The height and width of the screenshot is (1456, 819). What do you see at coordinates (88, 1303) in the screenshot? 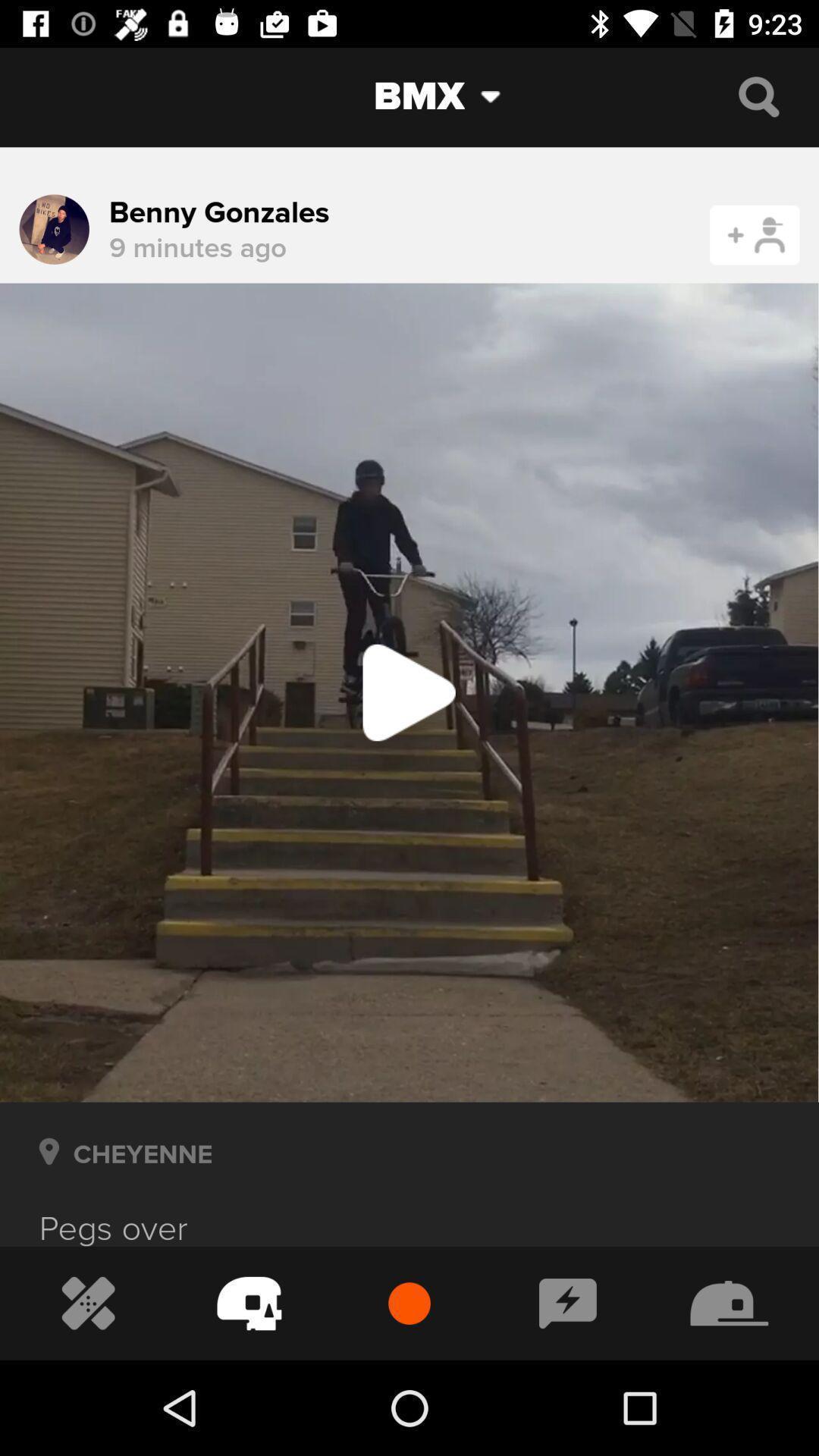
I see `the icon which is just below pegs over` at bounding box center [88, 1303].